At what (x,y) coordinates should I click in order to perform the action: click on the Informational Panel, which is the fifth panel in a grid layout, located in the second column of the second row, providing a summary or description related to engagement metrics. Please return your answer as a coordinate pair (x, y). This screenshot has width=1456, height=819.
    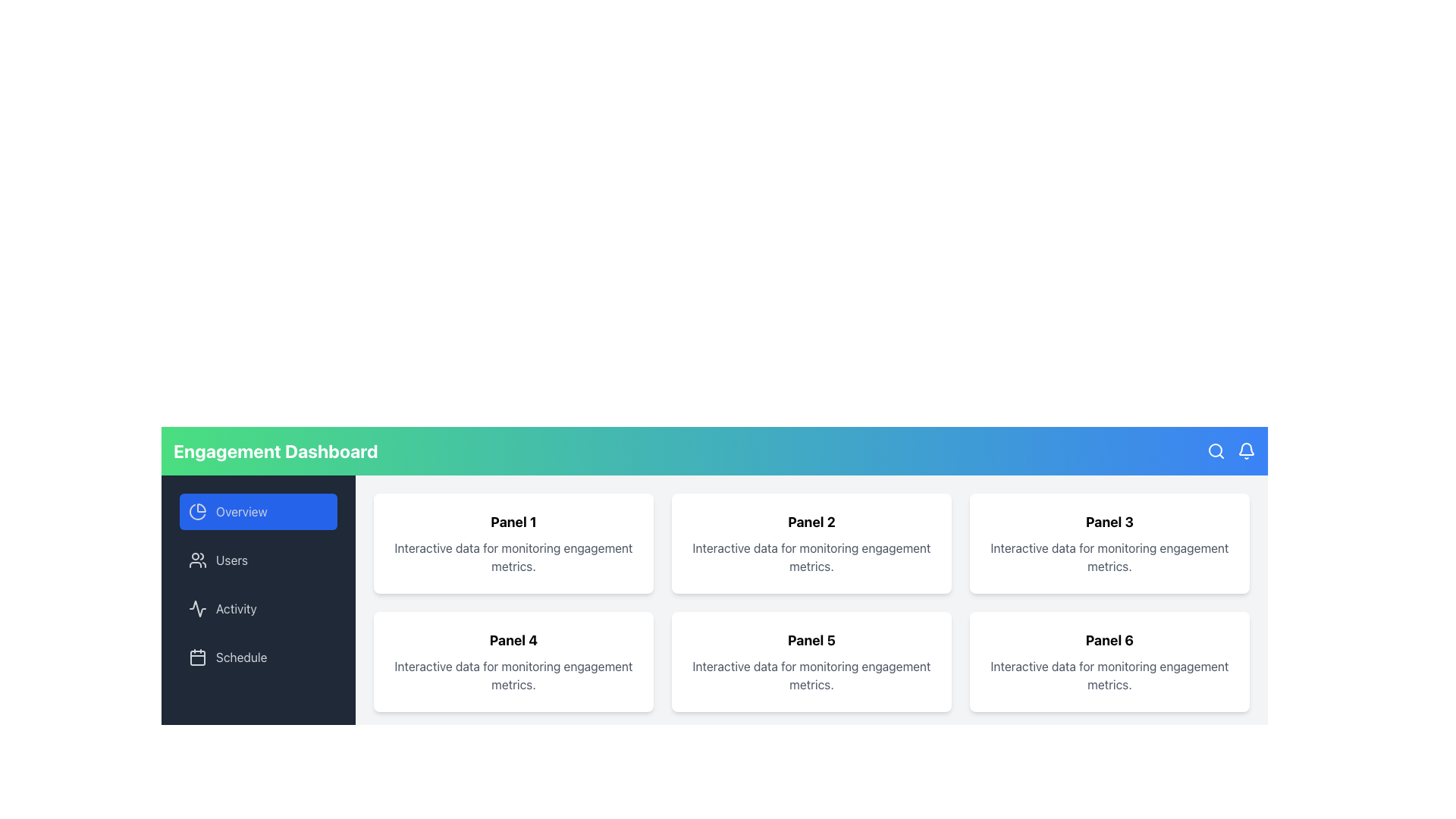
    Looking at the image, I should click on (811, 661).